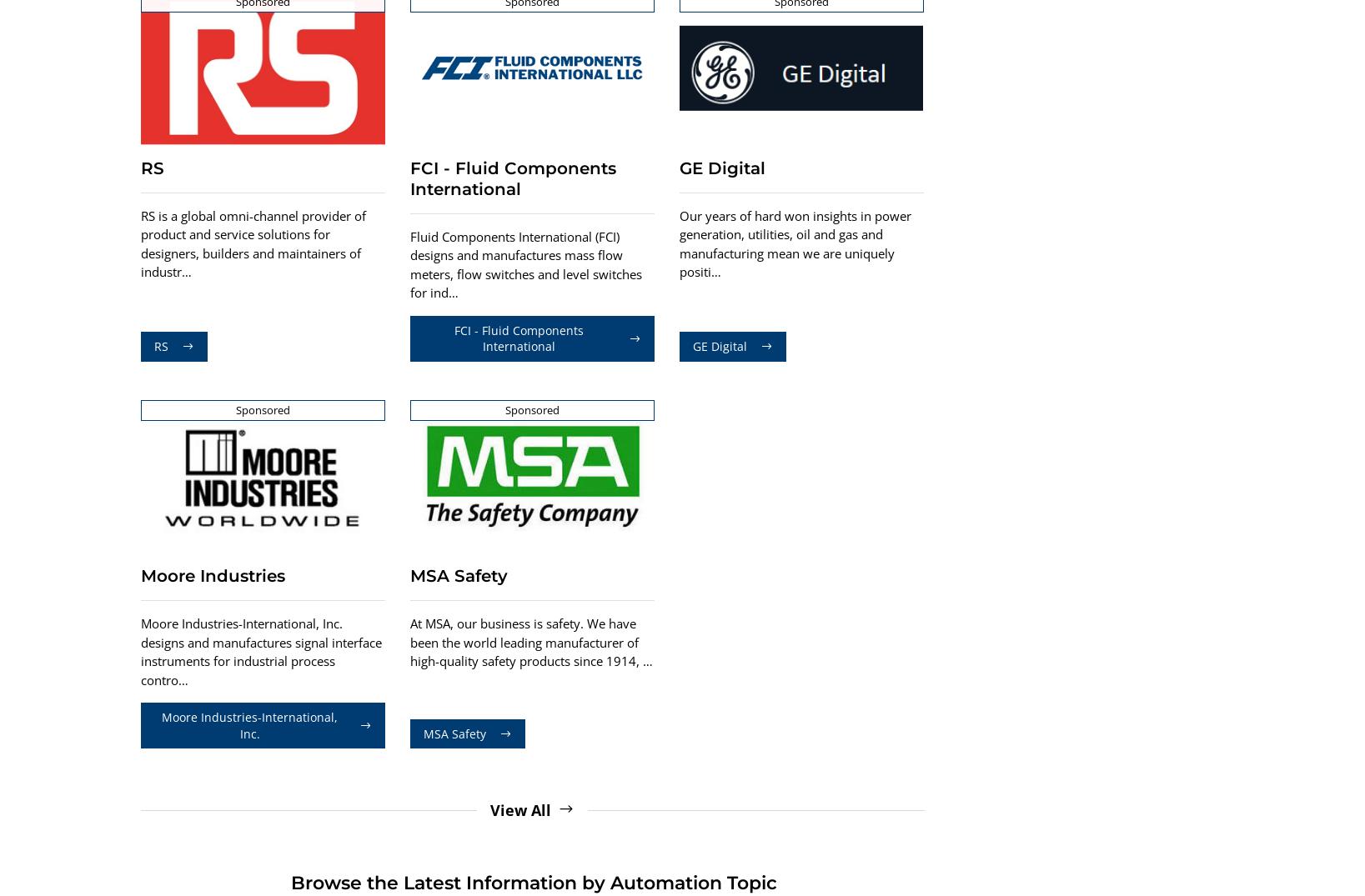 This screenshot has width=1365, height=896. What do you see at coordinates (288, 883) in the screenshot?
I see `'Browse the Latest Information by Automation Topic'` at bounding box center [288, 883].